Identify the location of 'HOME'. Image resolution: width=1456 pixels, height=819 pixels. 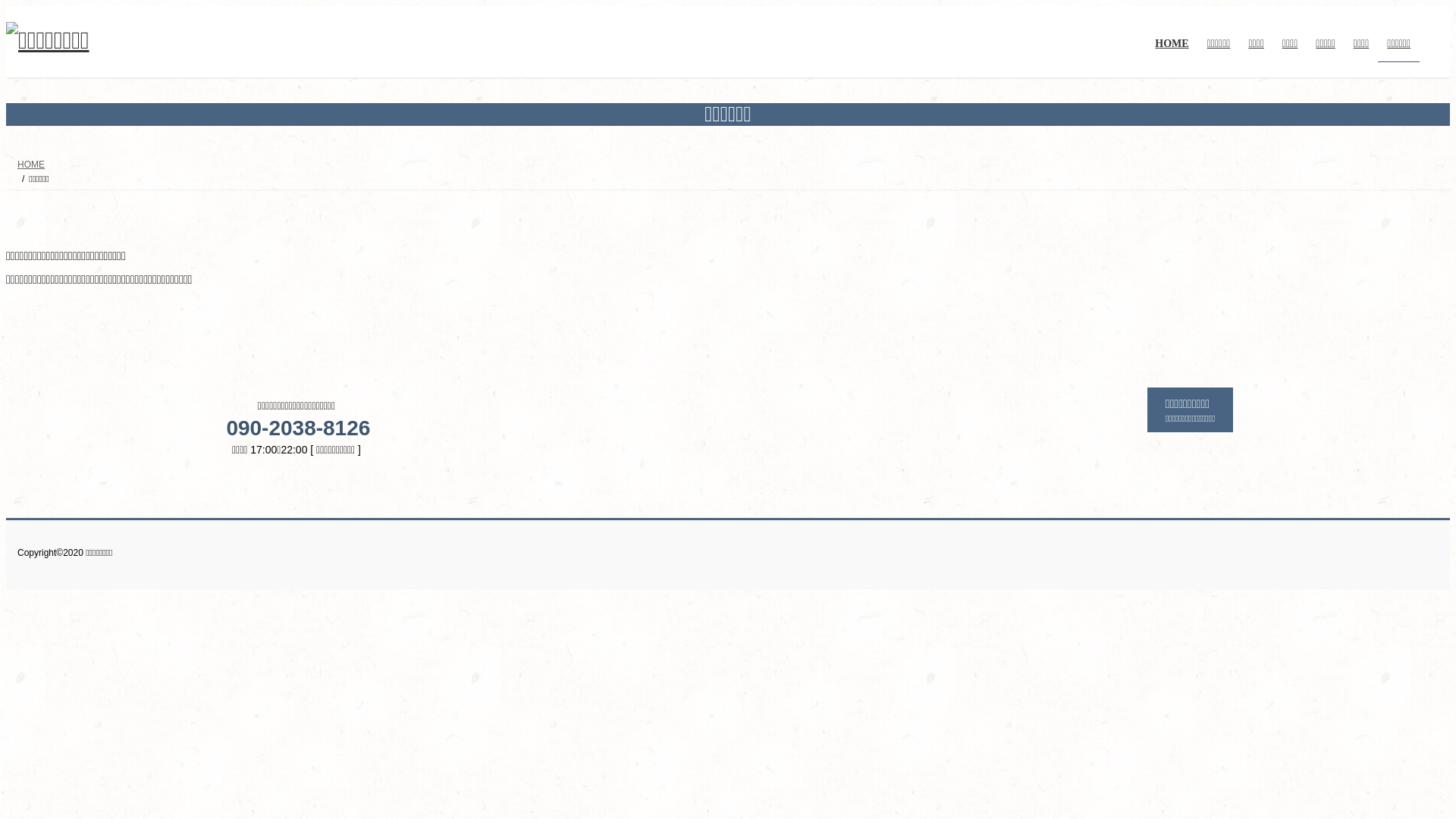
(31, 164).